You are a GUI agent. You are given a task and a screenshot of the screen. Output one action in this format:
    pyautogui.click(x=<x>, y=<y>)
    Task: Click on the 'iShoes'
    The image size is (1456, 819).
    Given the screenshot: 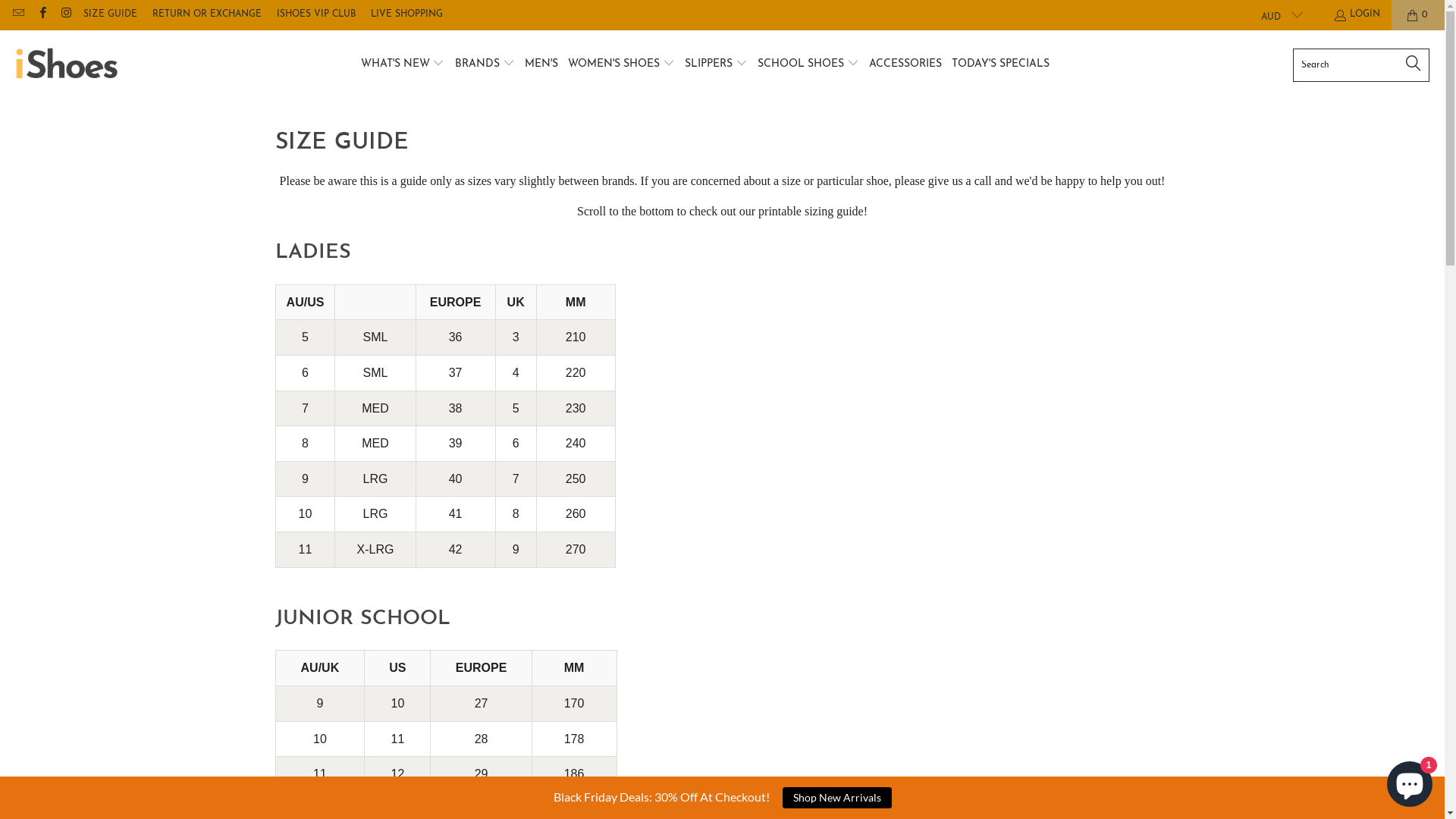 What is the action you would take?
    pyautogui.click(x=65, y=64)
    